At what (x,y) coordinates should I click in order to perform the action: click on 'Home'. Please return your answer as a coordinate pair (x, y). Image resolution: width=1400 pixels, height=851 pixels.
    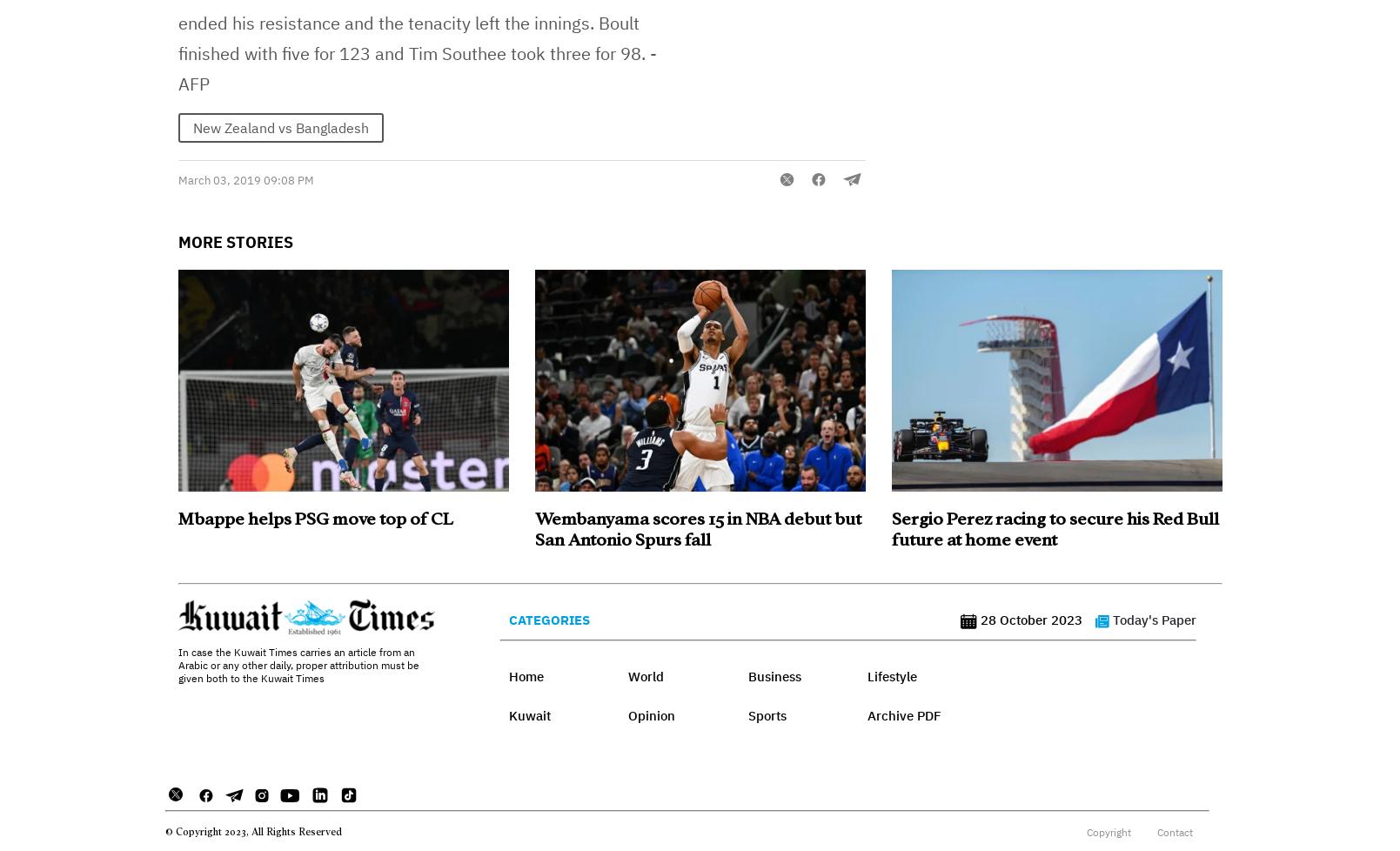
    Looking at the image, I should click on (526, 675).